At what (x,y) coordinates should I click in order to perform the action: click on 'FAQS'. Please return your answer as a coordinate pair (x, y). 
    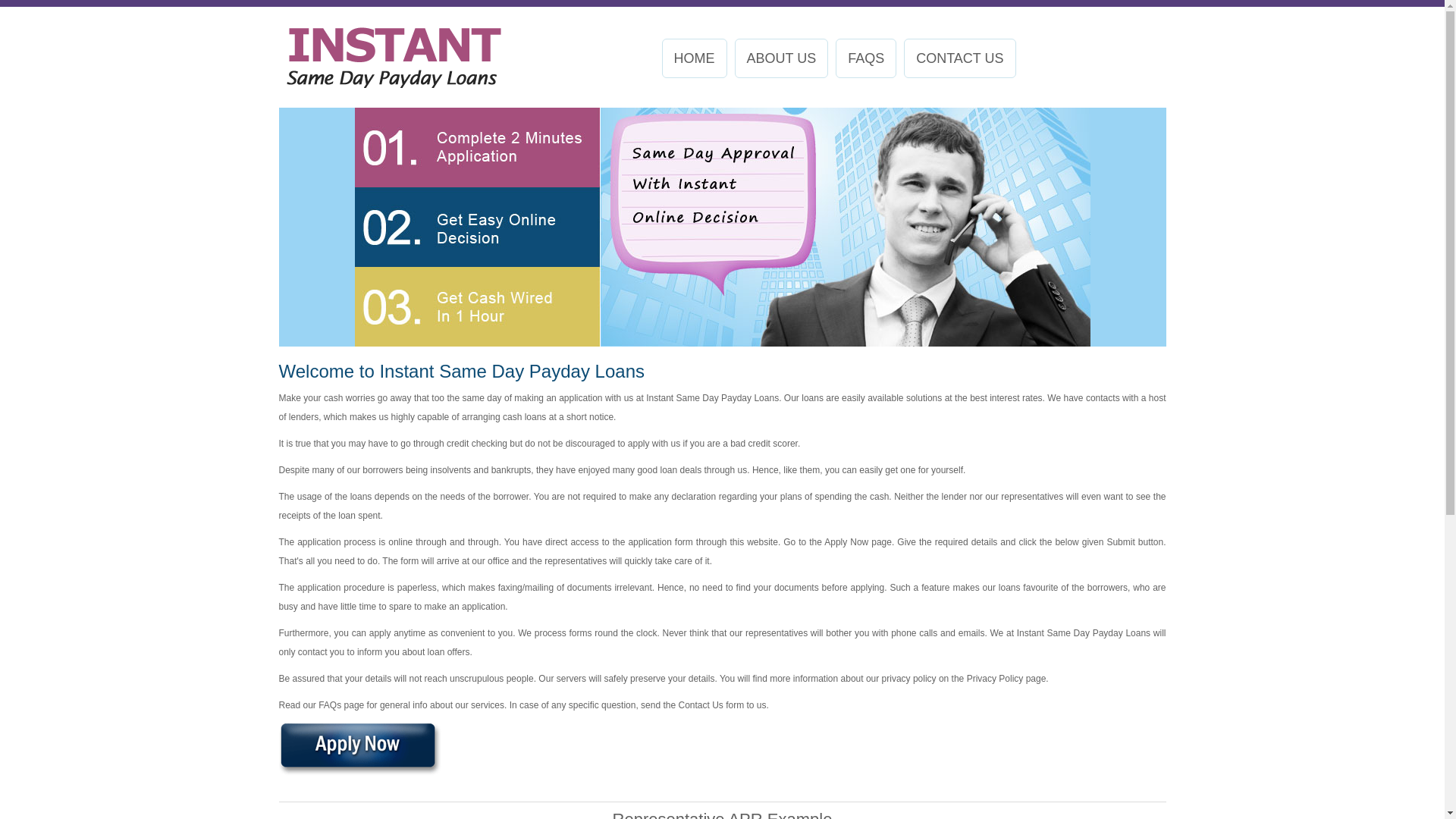
    Looking at the image, I should click on (866, 58).